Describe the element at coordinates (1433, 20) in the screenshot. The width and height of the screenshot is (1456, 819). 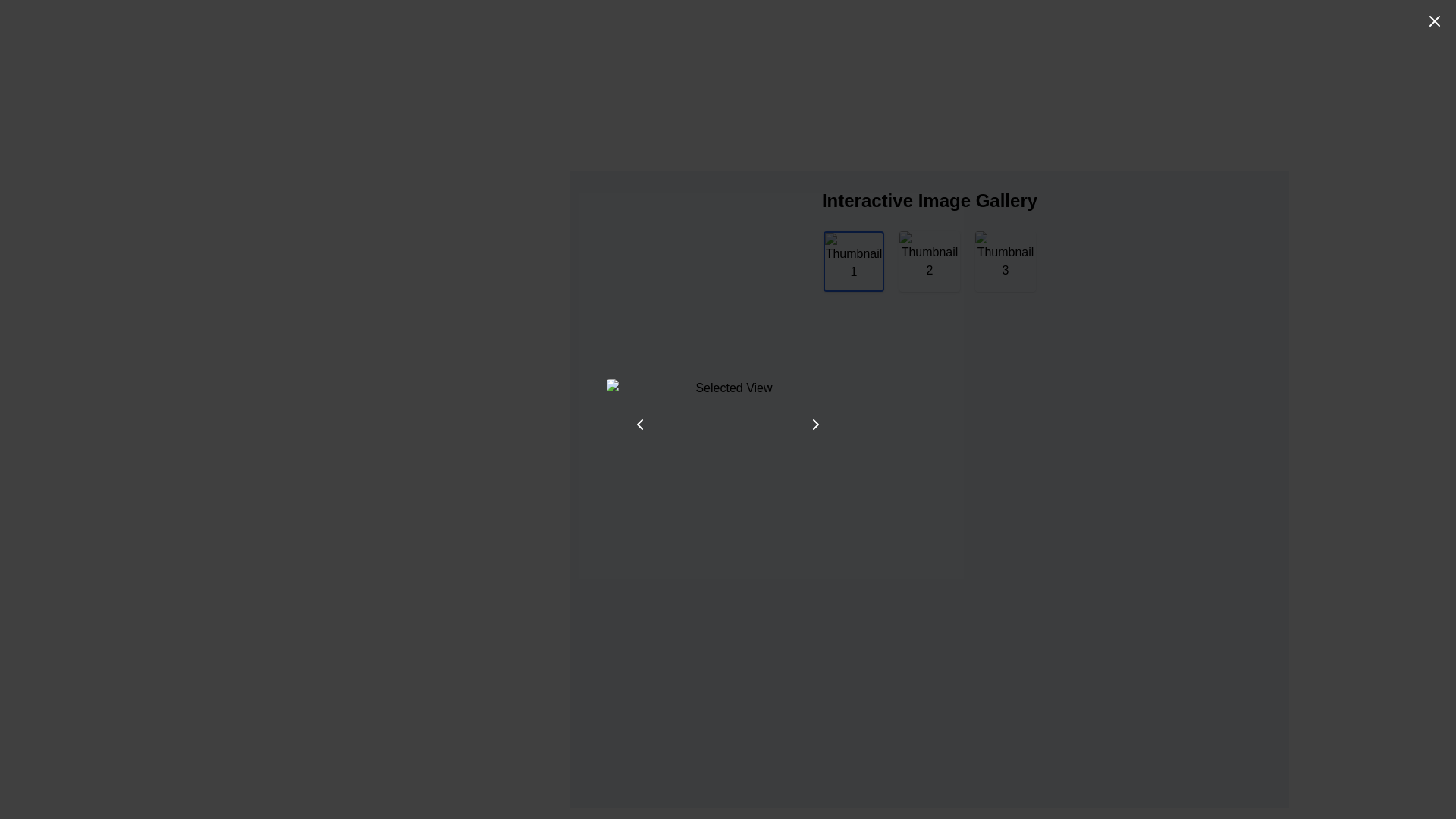
I see `the close icon represented by an 'X' shape located in the top-right corner of the interface` at that location.